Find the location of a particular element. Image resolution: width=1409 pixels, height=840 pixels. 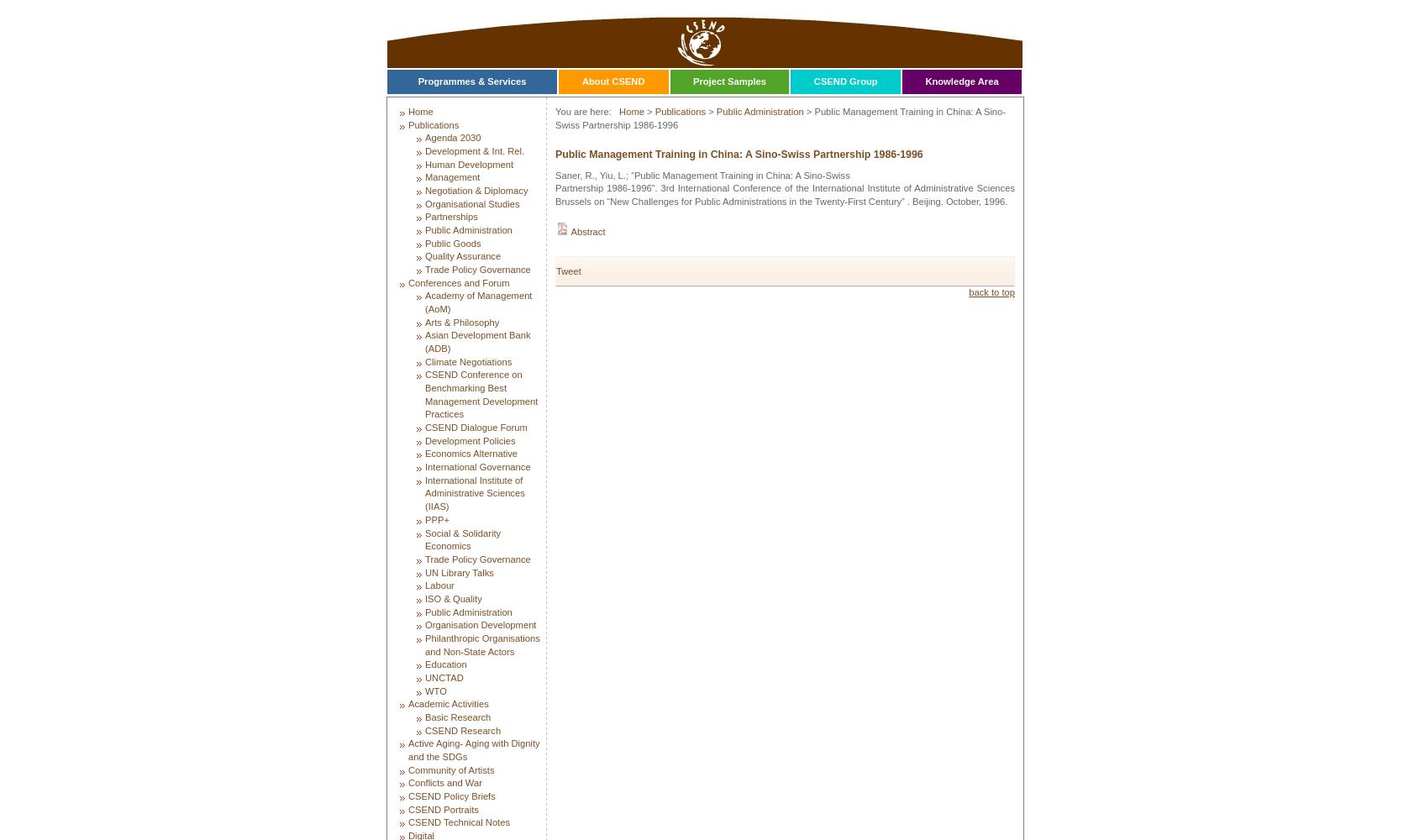

'Agenda 2030' is located at coordinates (423, 138).